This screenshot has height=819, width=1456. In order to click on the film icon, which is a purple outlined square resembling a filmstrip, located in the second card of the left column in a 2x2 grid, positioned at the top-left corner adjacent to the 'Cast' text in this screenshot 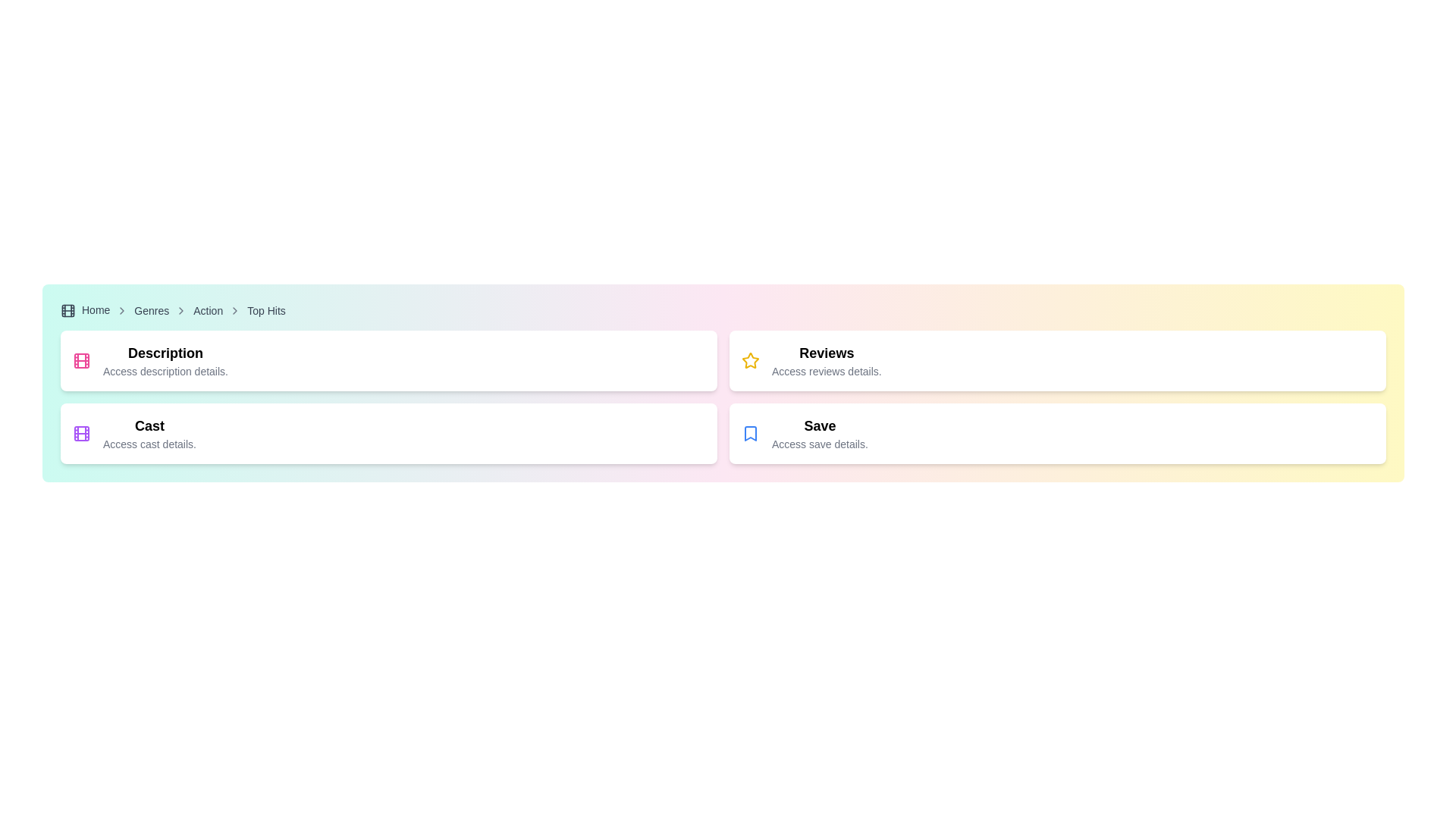, I will do `click(81, 433)`.